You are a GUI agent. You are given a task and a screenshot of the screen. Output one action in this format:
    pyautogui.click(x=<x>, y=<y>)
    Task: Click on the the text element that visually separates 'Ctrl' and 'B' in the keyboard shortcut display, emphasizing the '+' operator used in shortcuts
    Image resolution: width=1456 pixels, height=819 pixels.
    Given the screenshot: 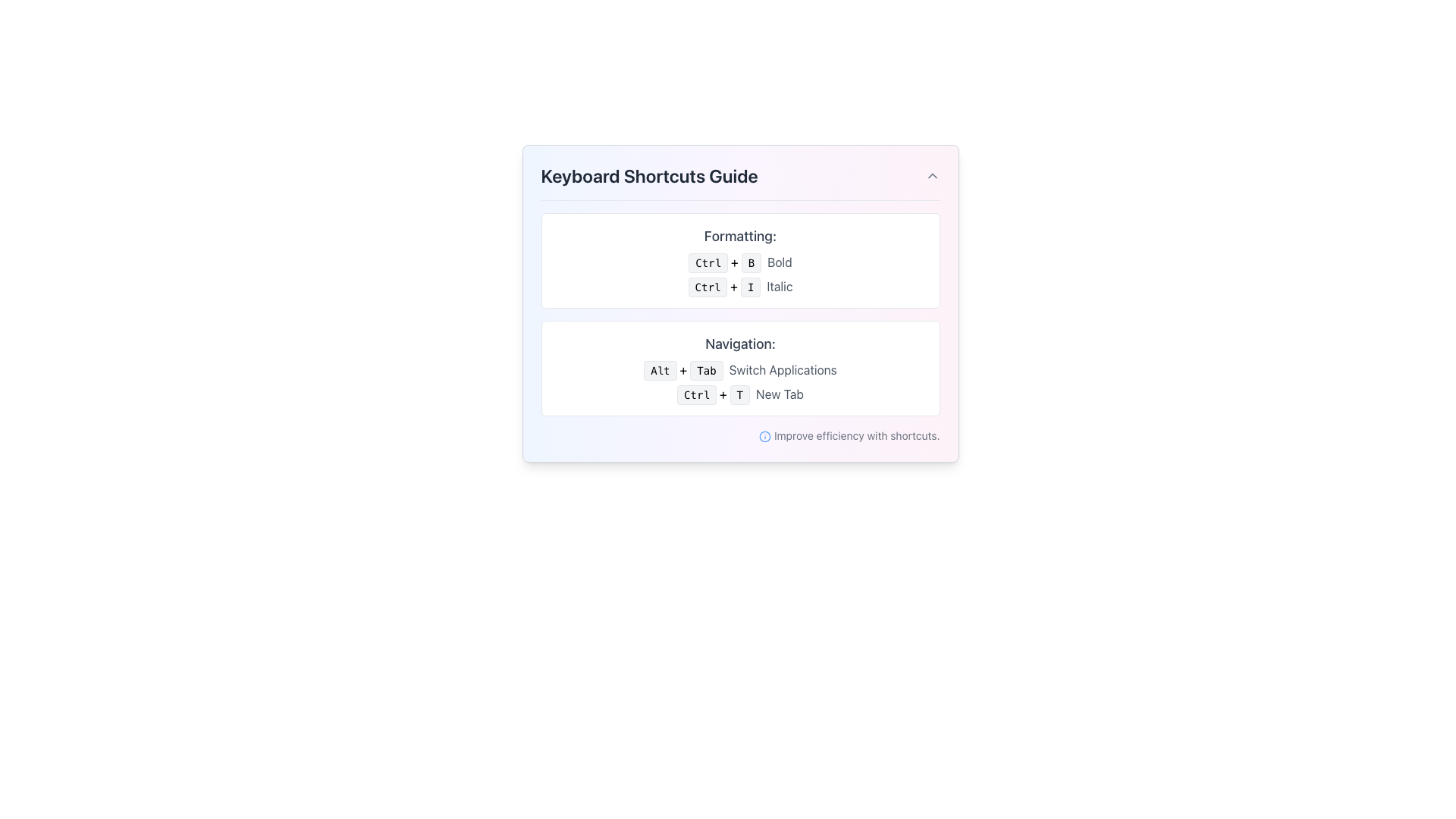 What is the action you would take?
    pyautogui.click(x=734, y=262)
    